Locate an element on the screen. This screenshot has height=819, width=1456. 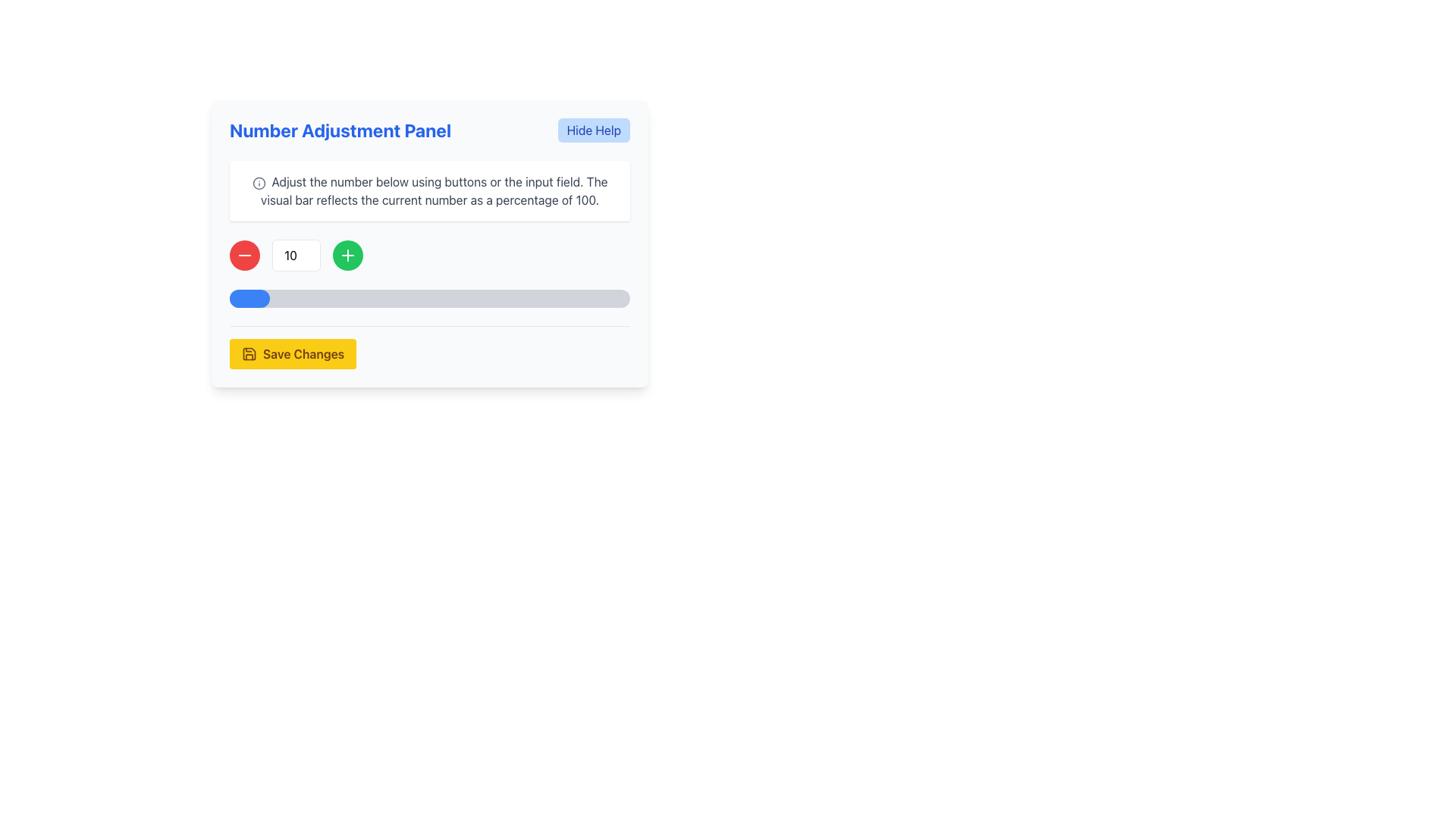
the yellow rectangular button labeled 'Save Changes' with a save icon is located at coordinates (293, 353).